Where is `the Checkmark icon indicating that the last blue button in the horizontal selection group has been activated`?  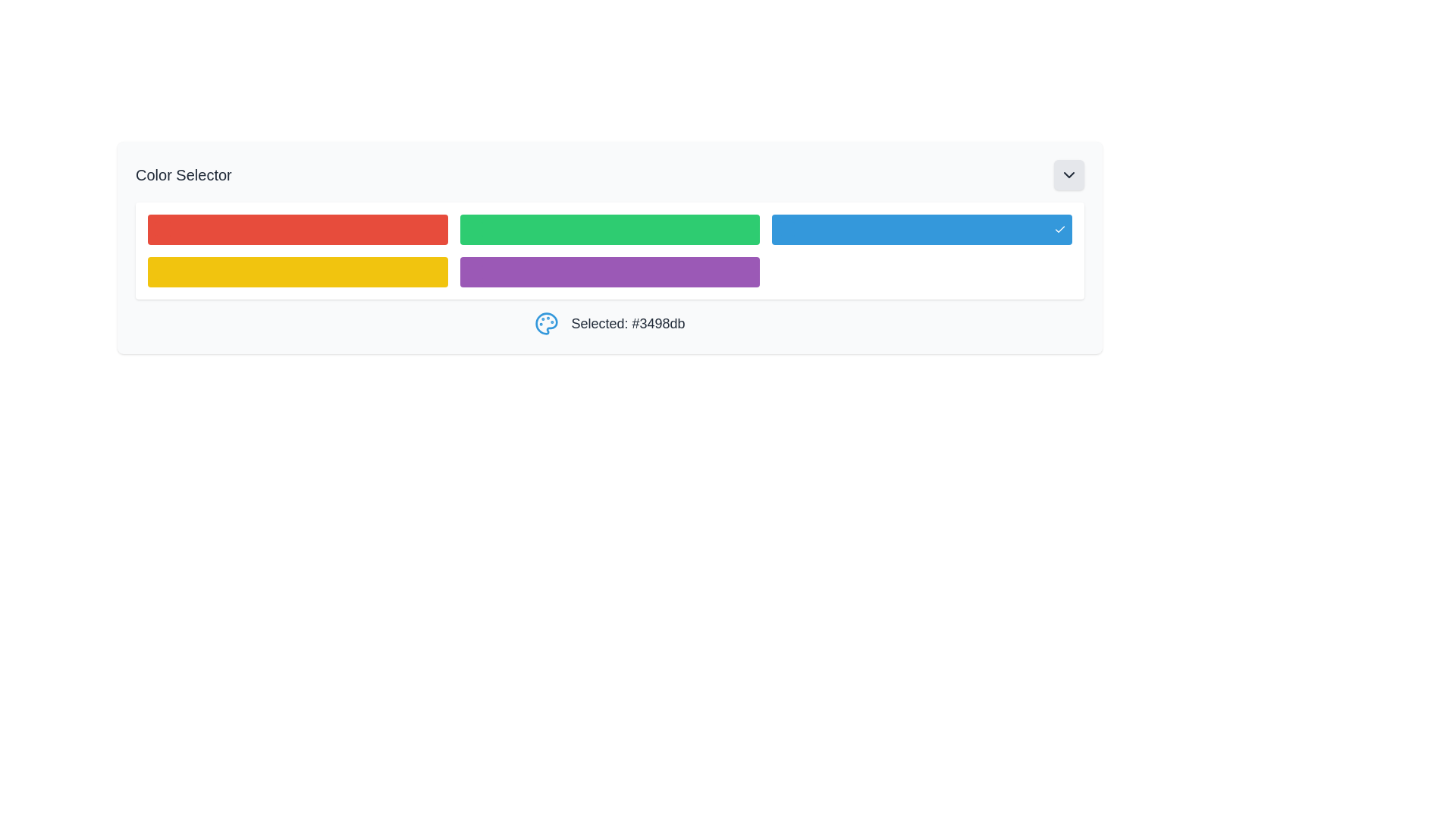
the Checkmark icon indicating that the last blue button in the horizontal selection group has been activated is located at coordinates (1059, 230).